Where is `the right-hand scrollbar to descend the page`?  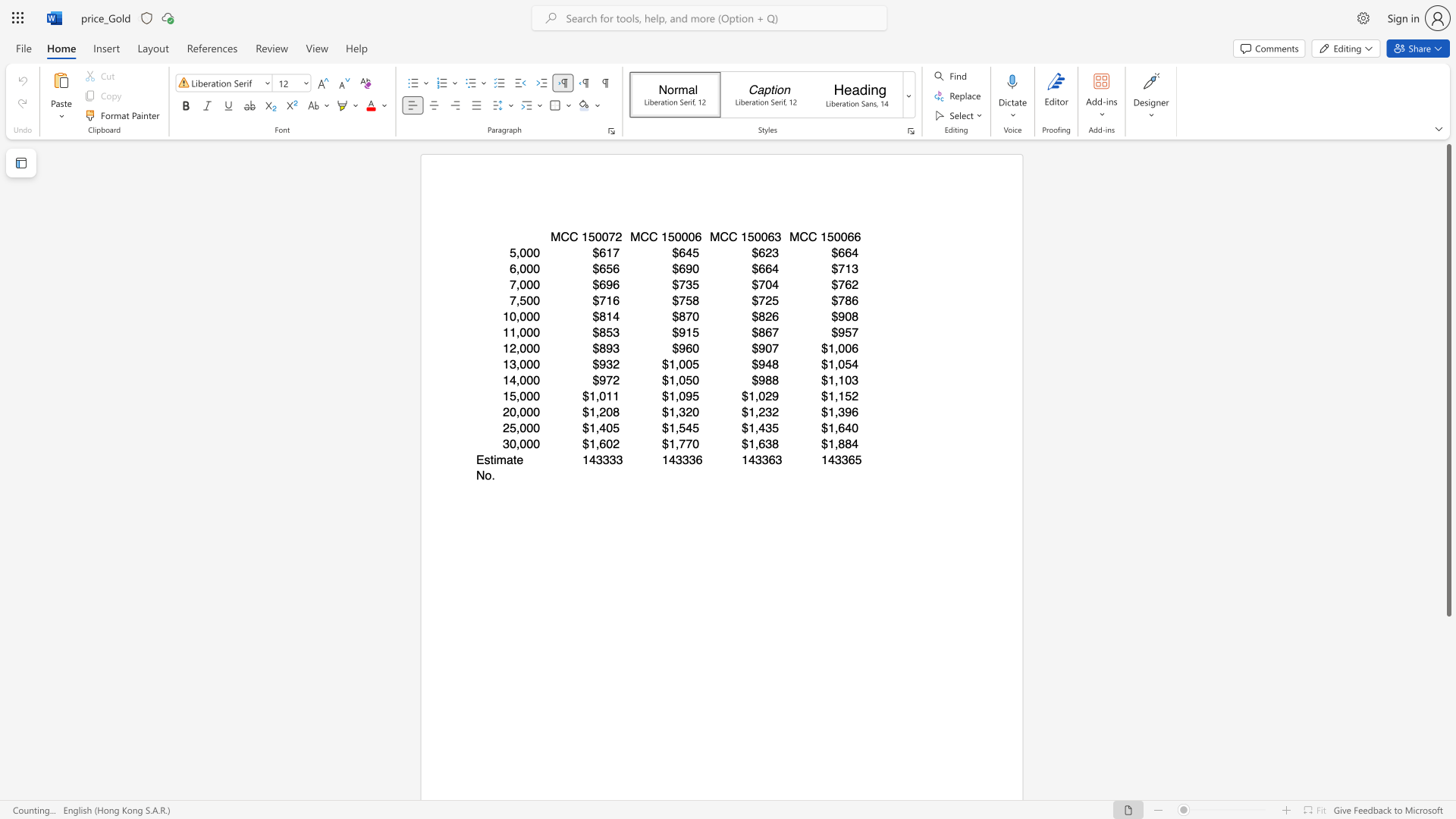 the right-hand scrollbar to descend the page is located at coordinates (1448, 674).